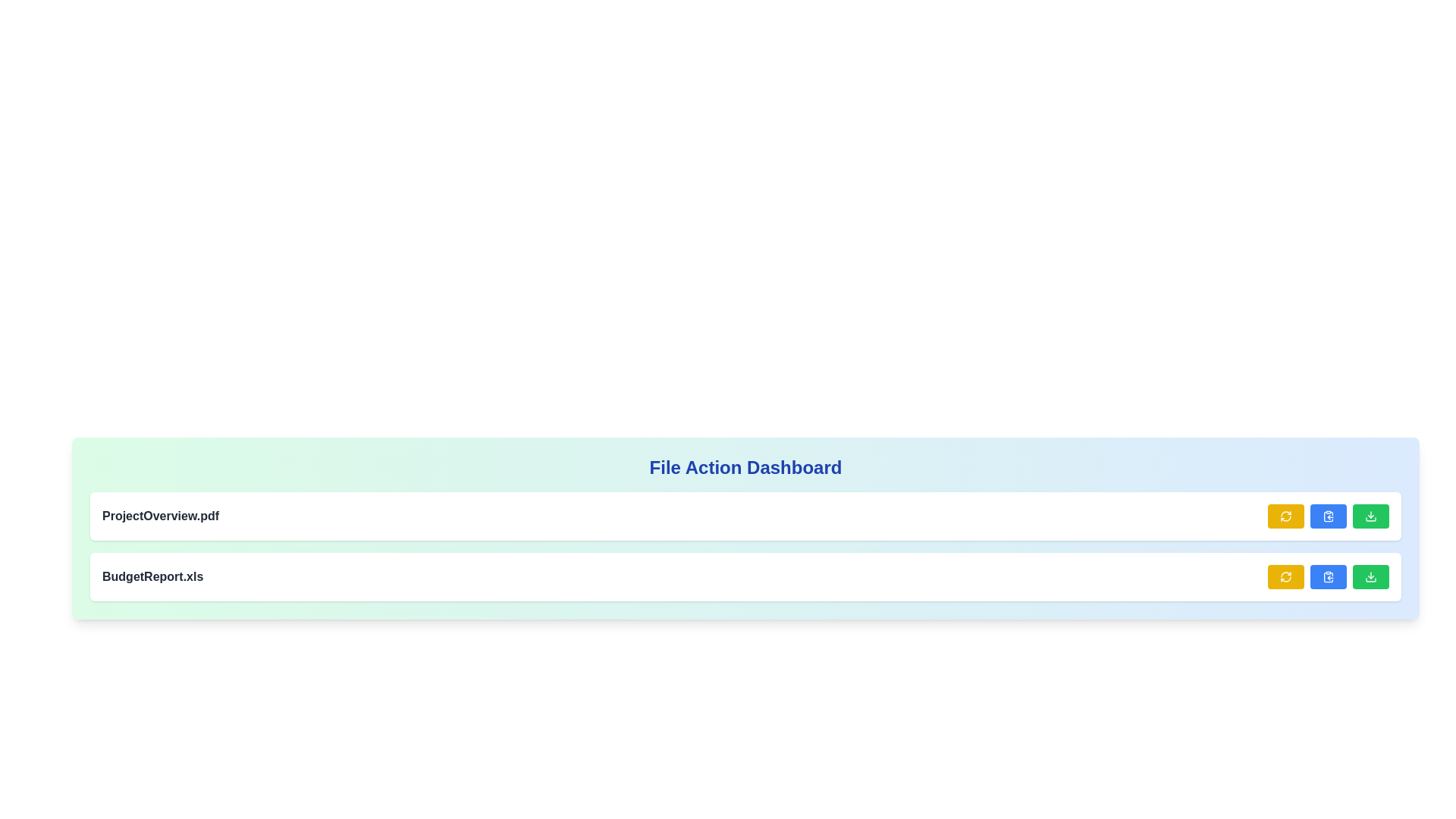  What do you see at coordinates (1371, 576) in the screenshot?
I see `the download button located in the bottom-right corner of the second row within the file action section to initiate the file download` at bounding box center [1371, 576].